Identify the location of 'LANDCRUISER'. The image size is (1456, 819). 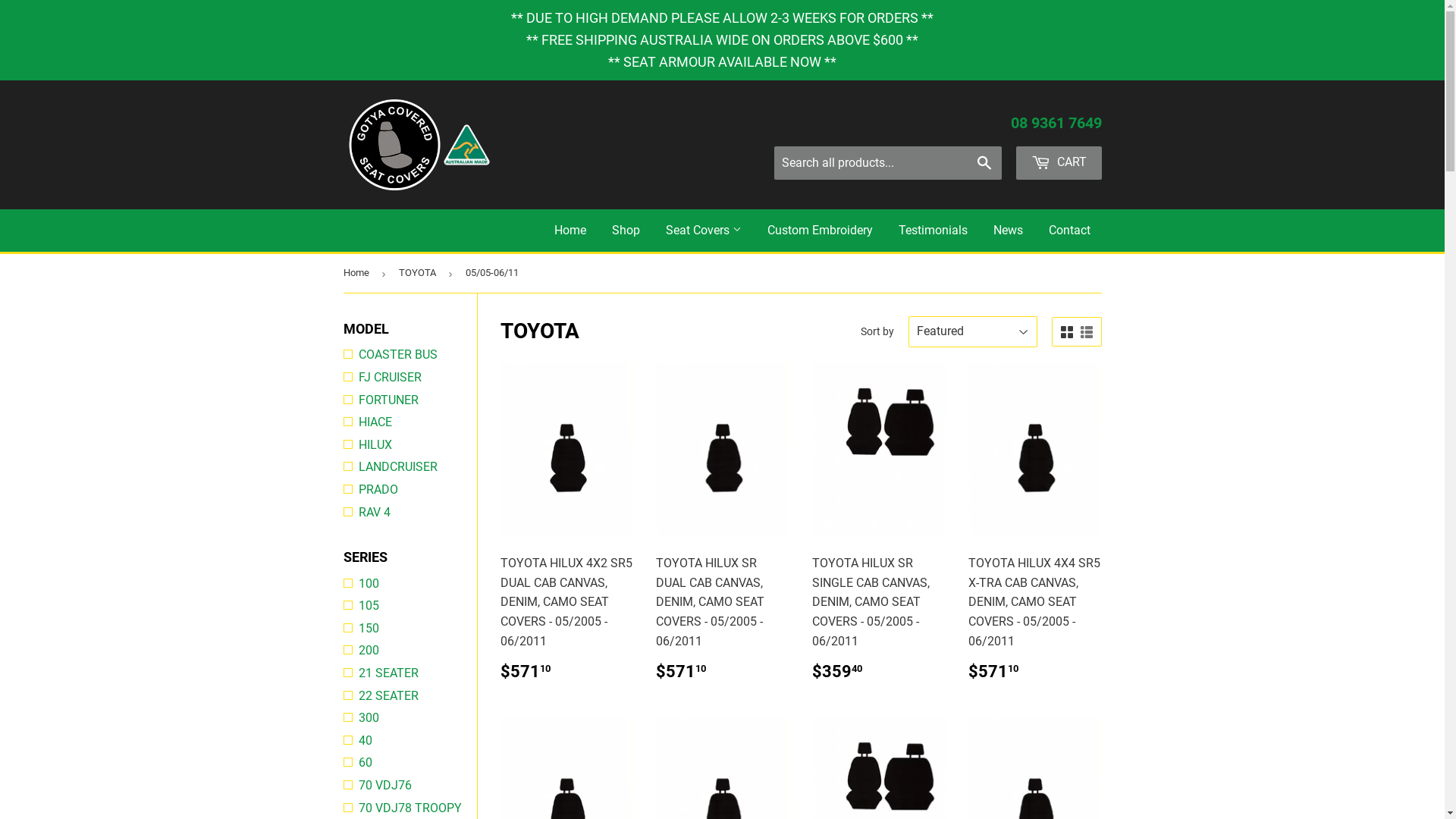
(409, 466).